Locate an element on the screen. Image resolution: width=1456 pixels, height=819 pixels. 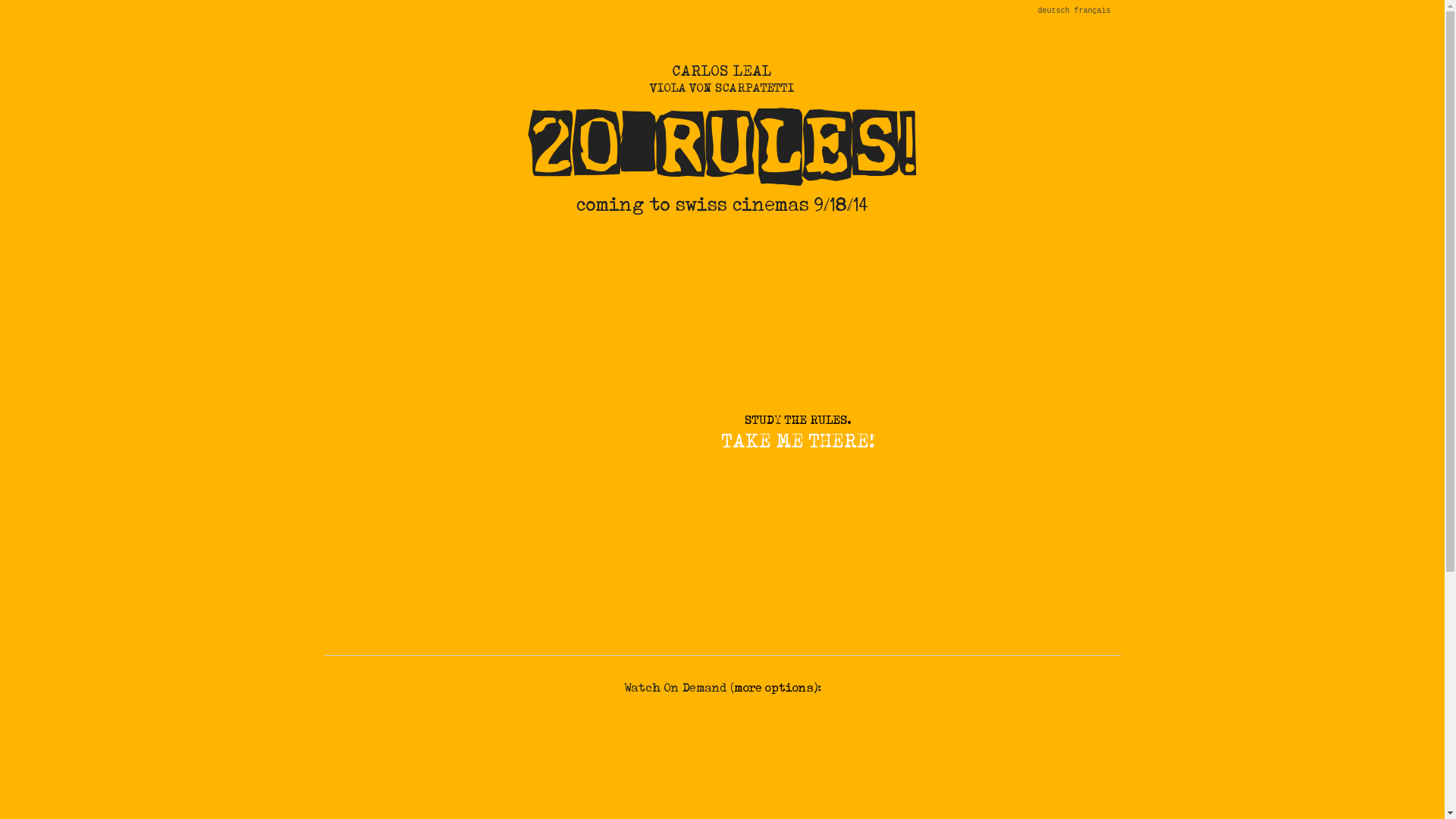
'deutsch' is located at coordinates (1052, 11).